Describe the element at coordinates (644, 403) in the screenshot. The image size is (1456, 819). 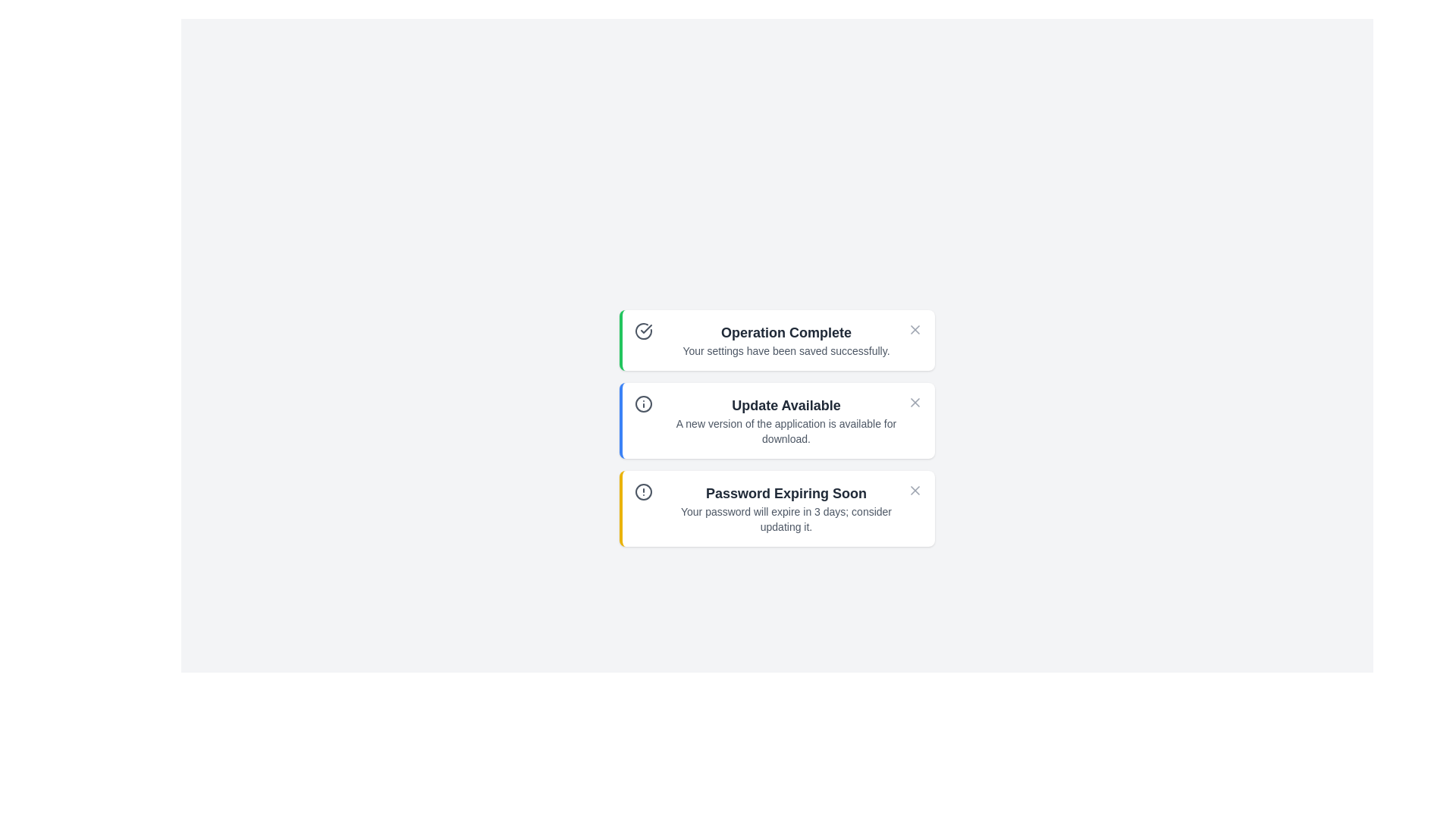
I see `the Circular SVG Element within the 'Update Available' notification icon to enhance the visual representation of the status` at that location.